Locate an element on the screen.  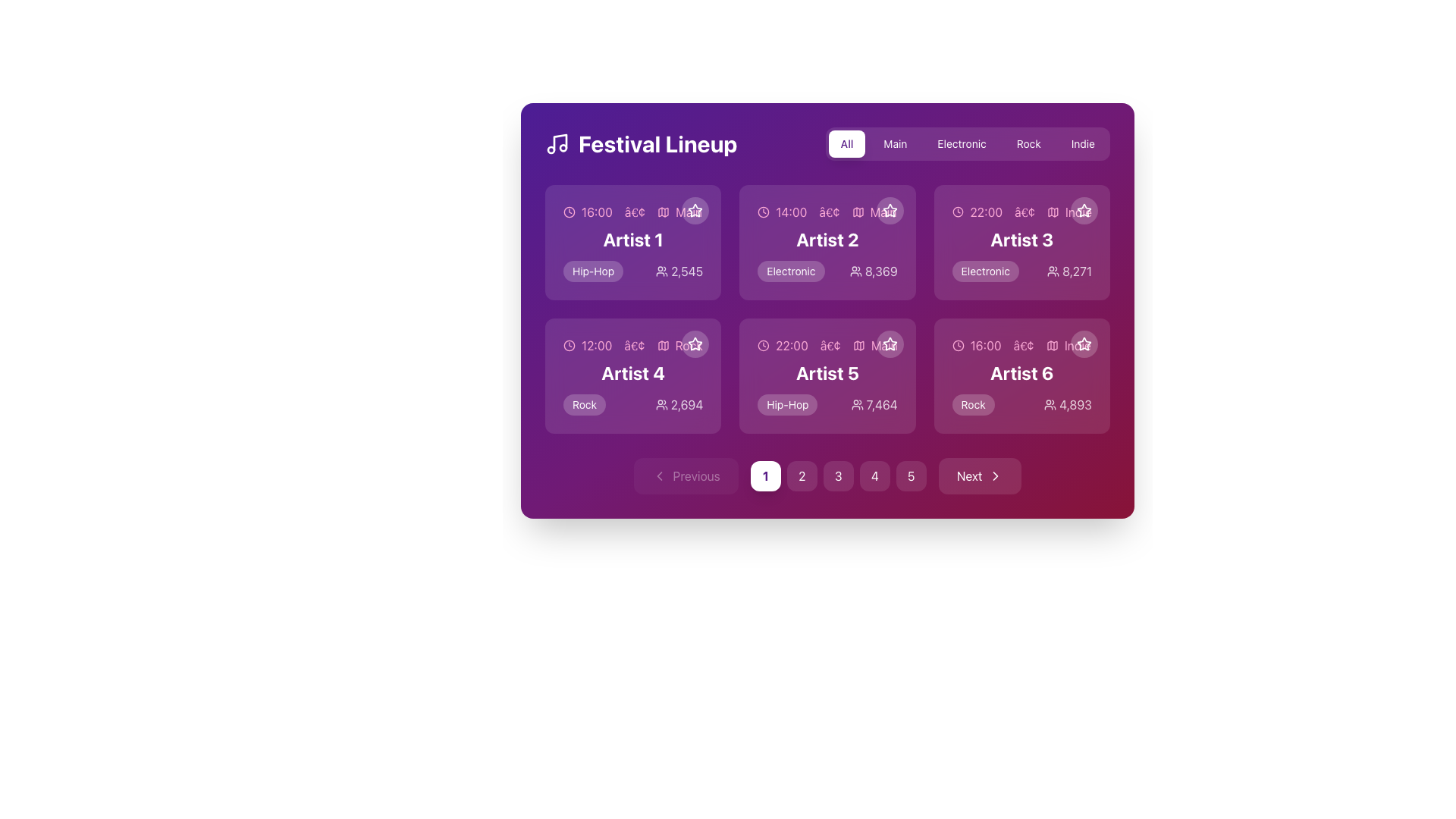
the small map icon located at the top-right of the card for Artist 2, in the second row, first column of the grid layout is located at coordinates (858, 212).